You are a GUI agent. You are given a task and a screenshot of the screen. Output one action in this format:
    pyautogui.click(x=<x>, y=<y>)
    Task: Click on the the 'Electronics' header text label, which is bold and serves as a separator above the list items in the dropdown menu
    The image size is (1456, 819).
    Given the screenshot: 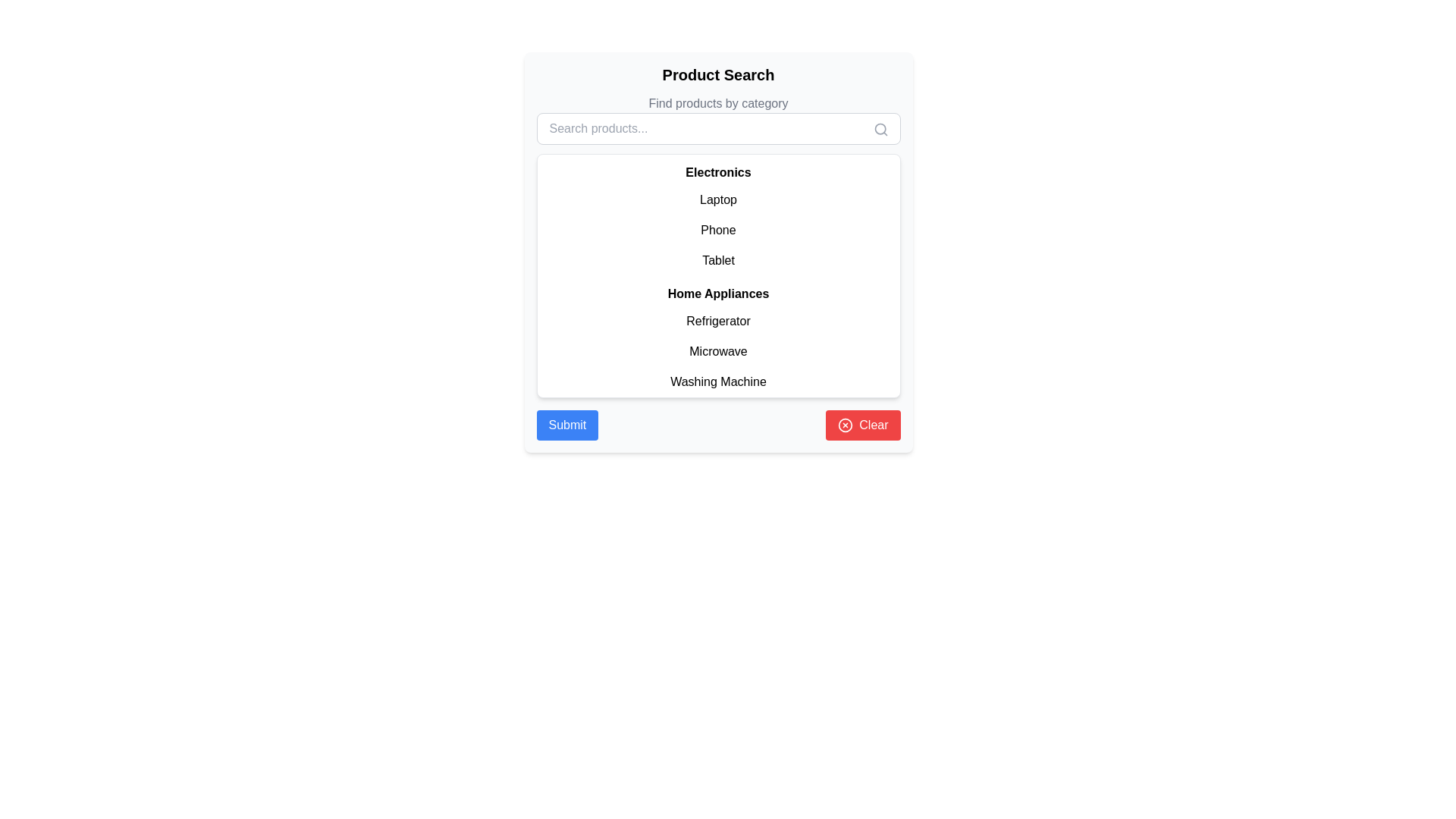 What is the action you would take?
    pyautogui.click(x=717, y=169)
    